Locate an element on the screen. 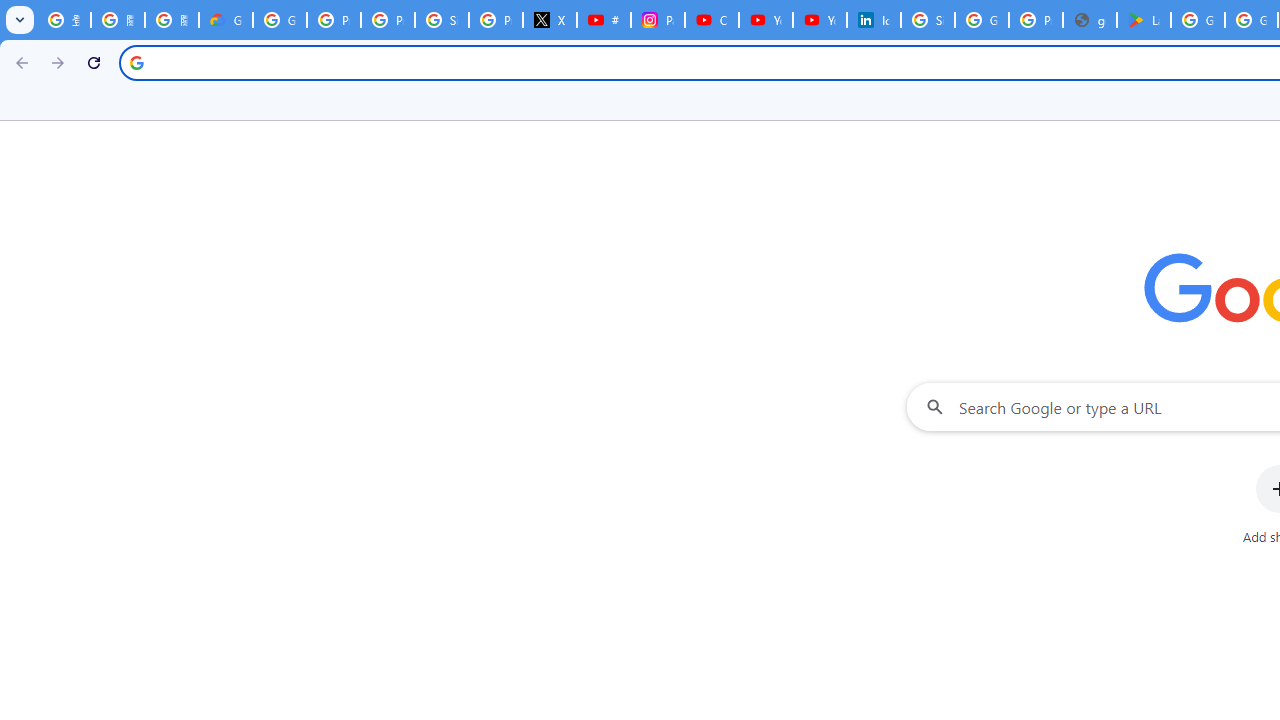 The image size is (1280, 720). 'YouTube Culture & Trends - YouTube Top 10, 2021' is located at coordinates (819, 20).